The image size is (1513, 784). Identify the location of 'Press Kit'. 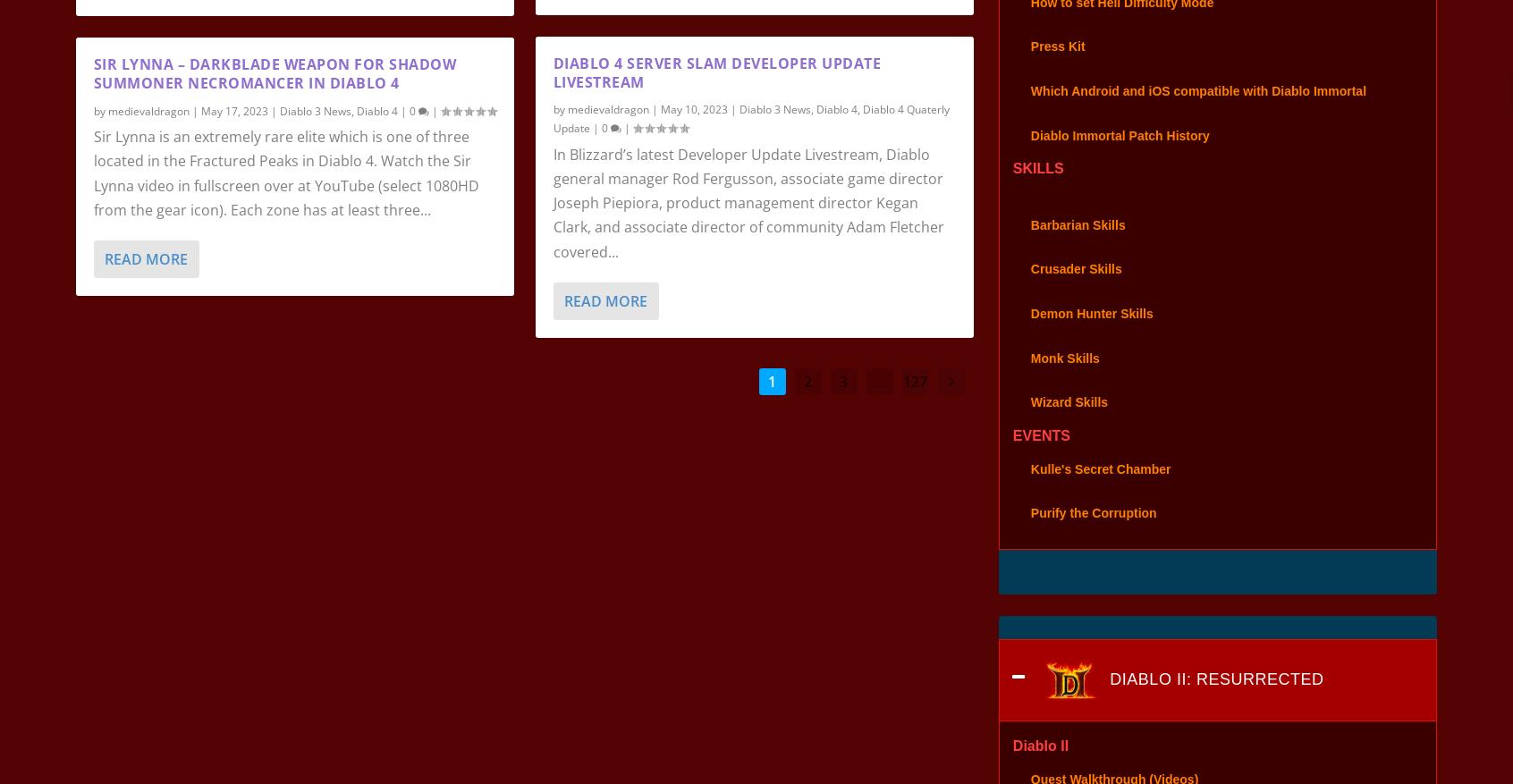
(1056, 71).